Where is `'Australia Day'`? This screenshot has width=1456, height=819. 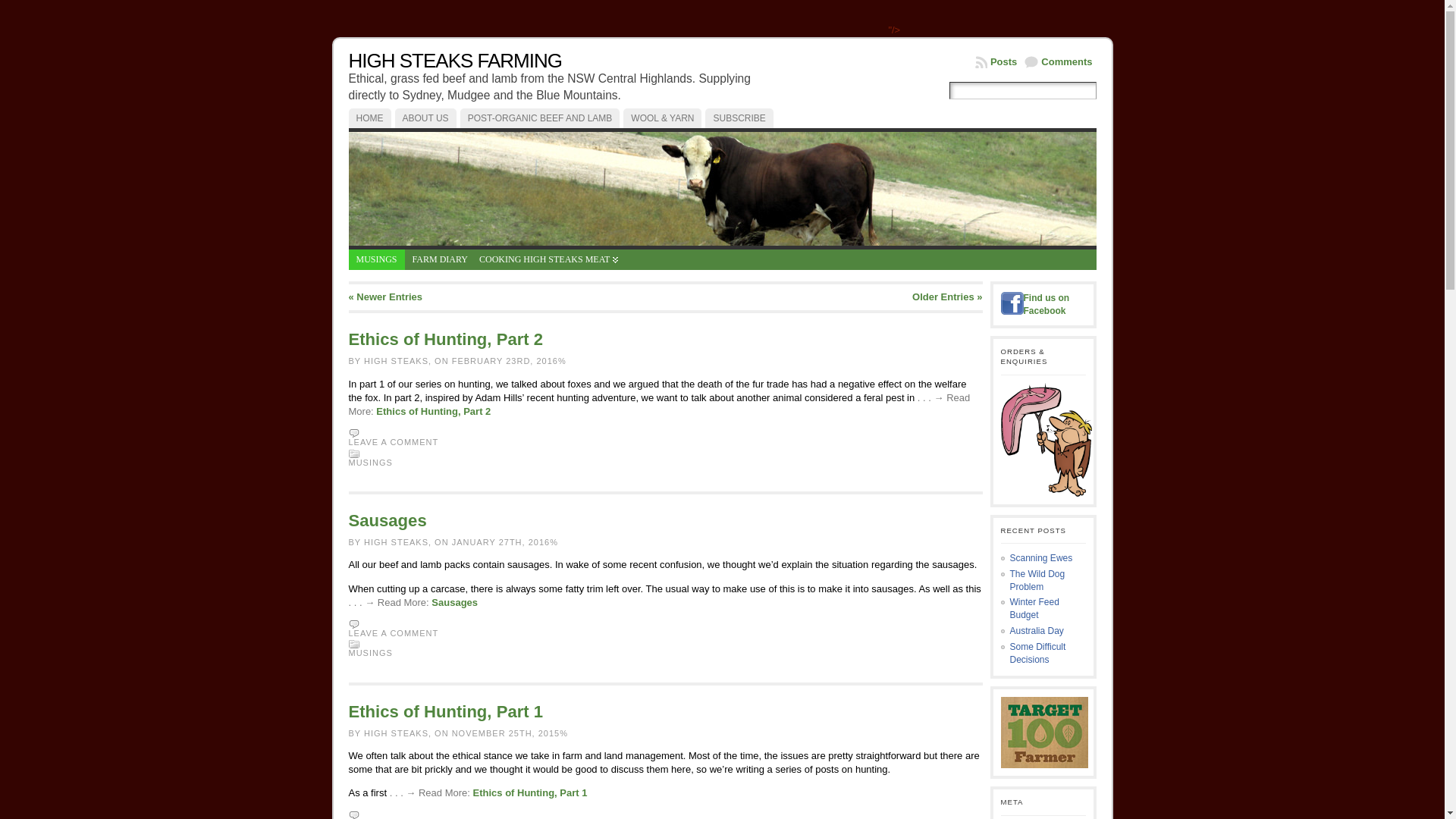
'Australia Day' is located at coordinates (1036, 631).